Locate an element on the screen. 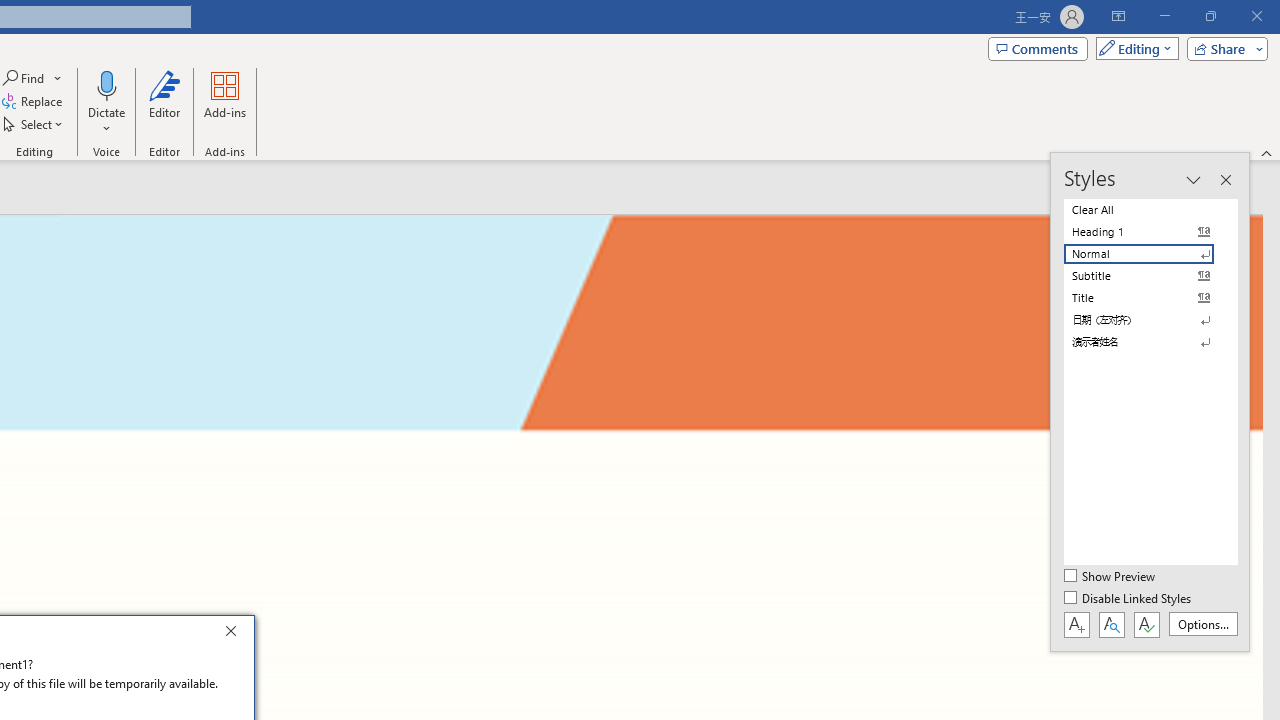 The height and width of the screenshot is (720, 1280). 'Minimize' is located at coordinates (1164, 16).